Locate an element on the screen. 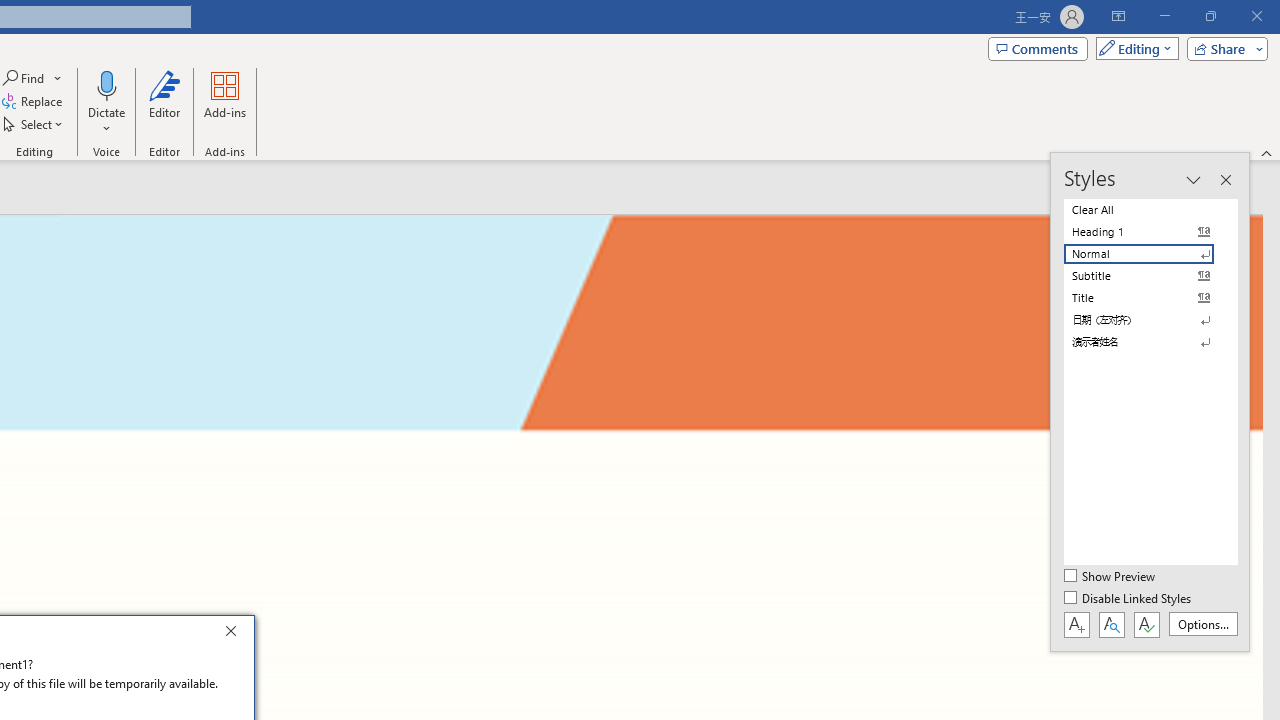 The height and width of the screenshot is (720, 1280). 'Minimize' is located at coordinates (1164, 16).